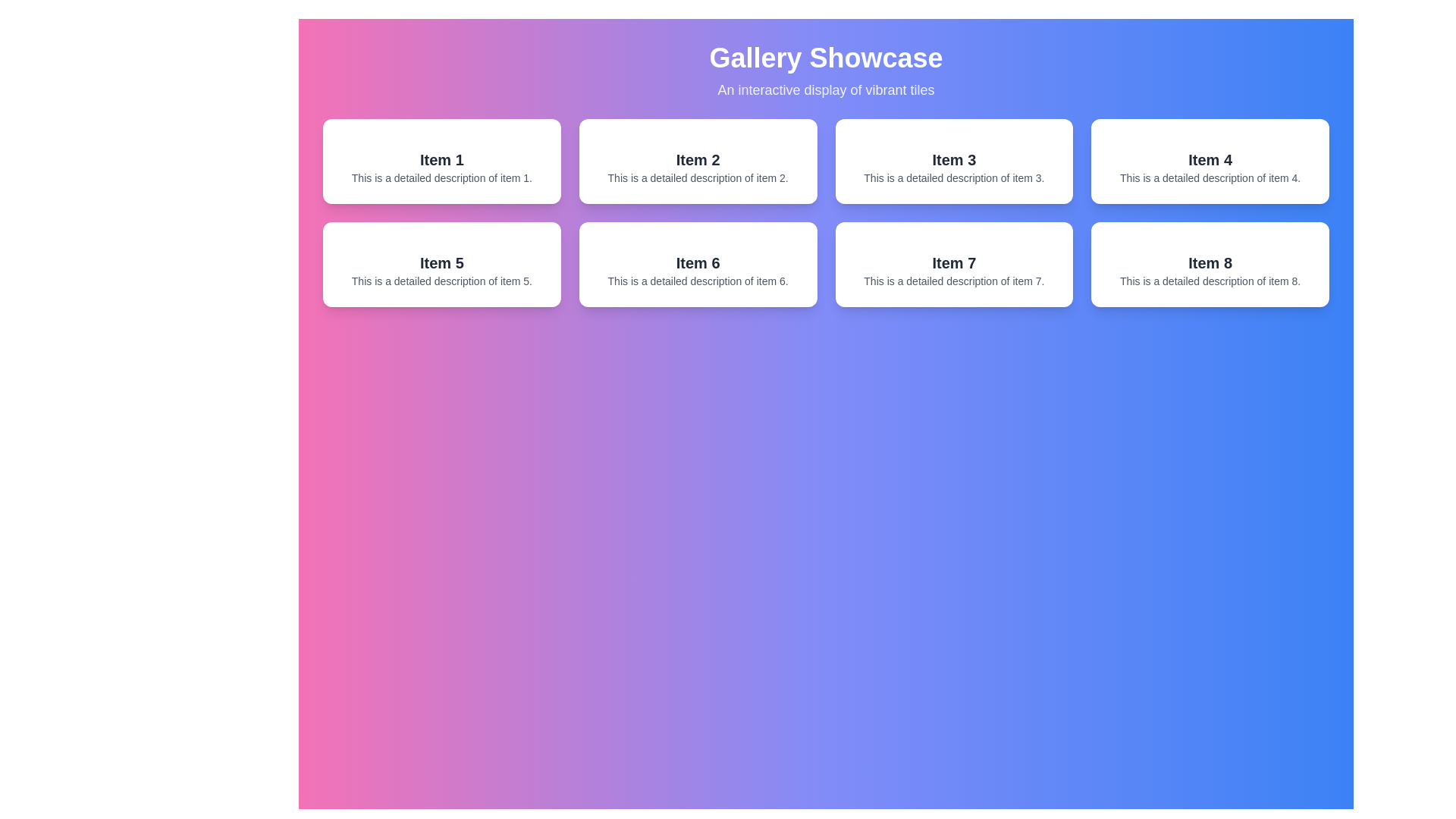  What do you see at coordinates (825, 58) in the screenshot?
I see `the title text label at the top center of the gallery showcase interface, which serves as the main heading of the page` at bounding box center [825, 58].